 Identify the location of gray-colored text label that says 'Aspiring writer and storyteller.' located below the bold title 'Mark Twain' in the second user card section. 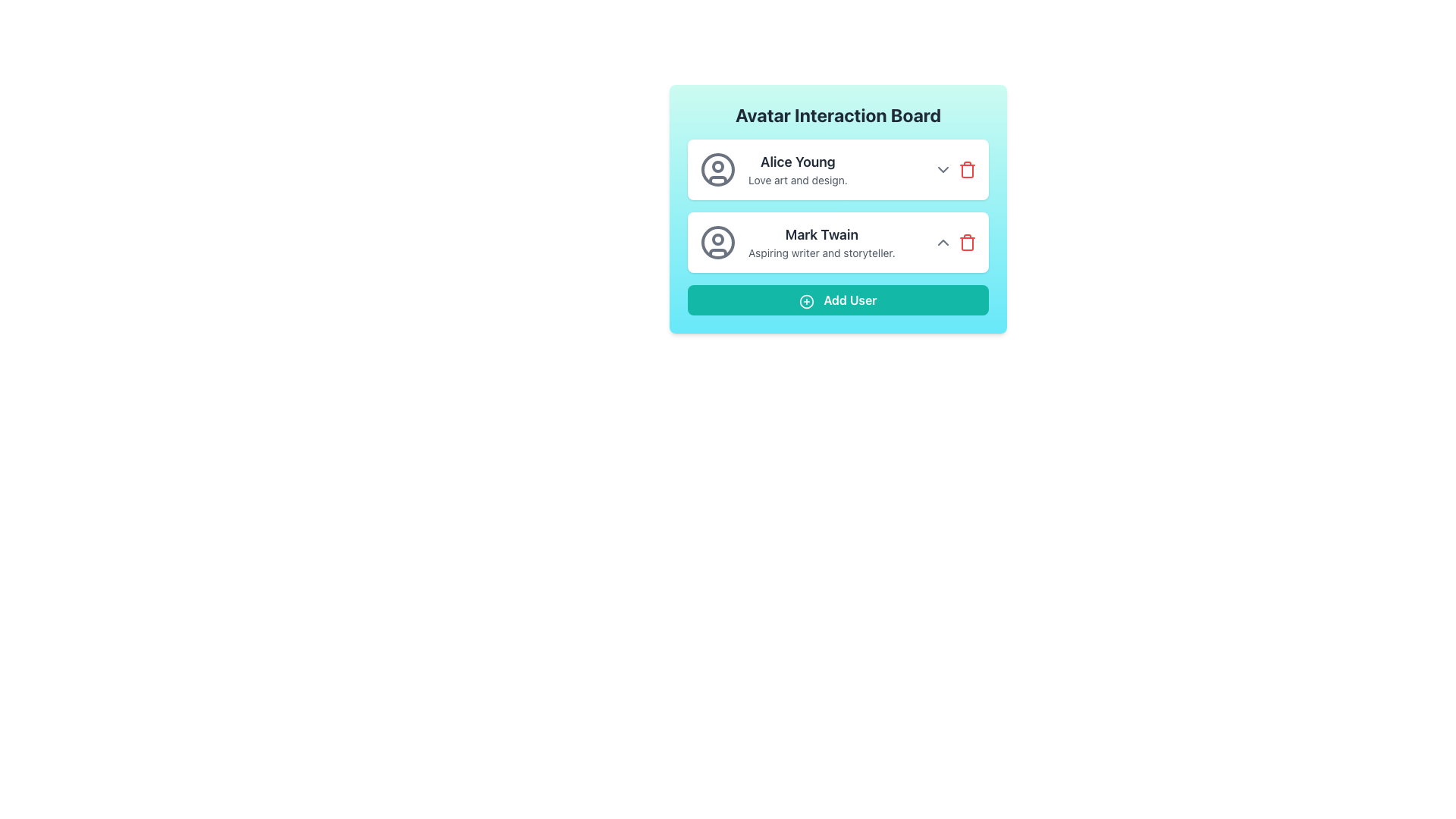
(821, 253).